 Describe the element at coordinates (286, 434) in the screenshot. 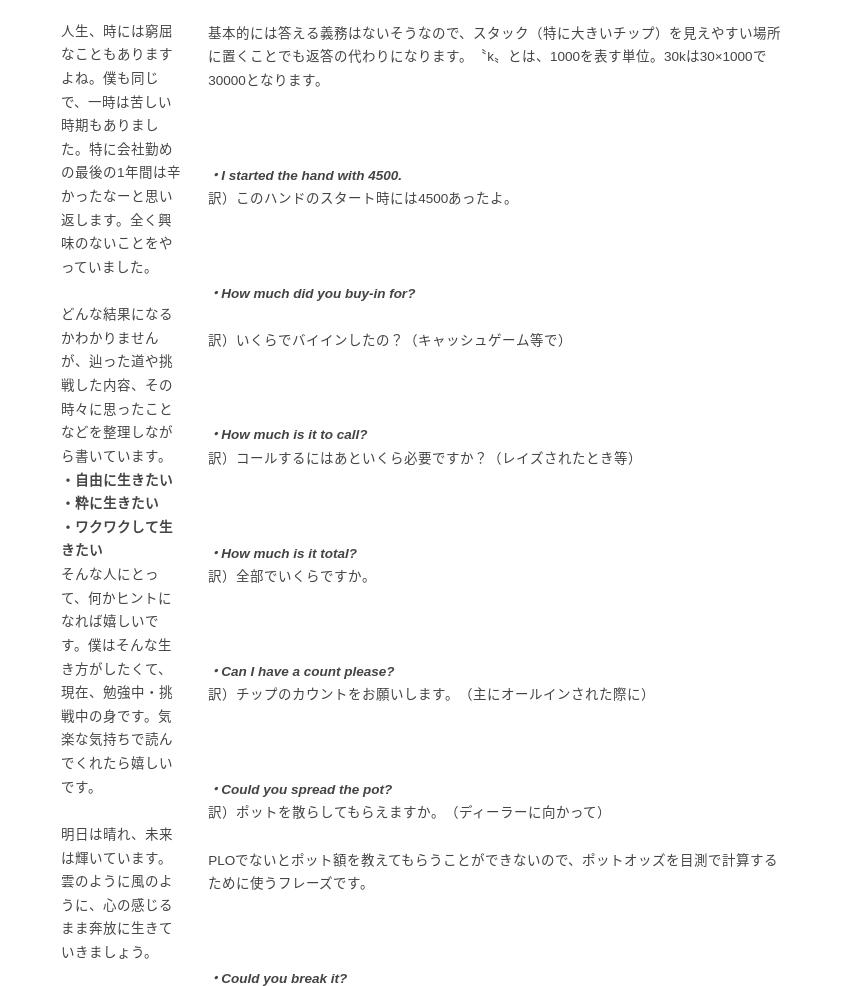

I see `'・How much is it to call?'` at that location.